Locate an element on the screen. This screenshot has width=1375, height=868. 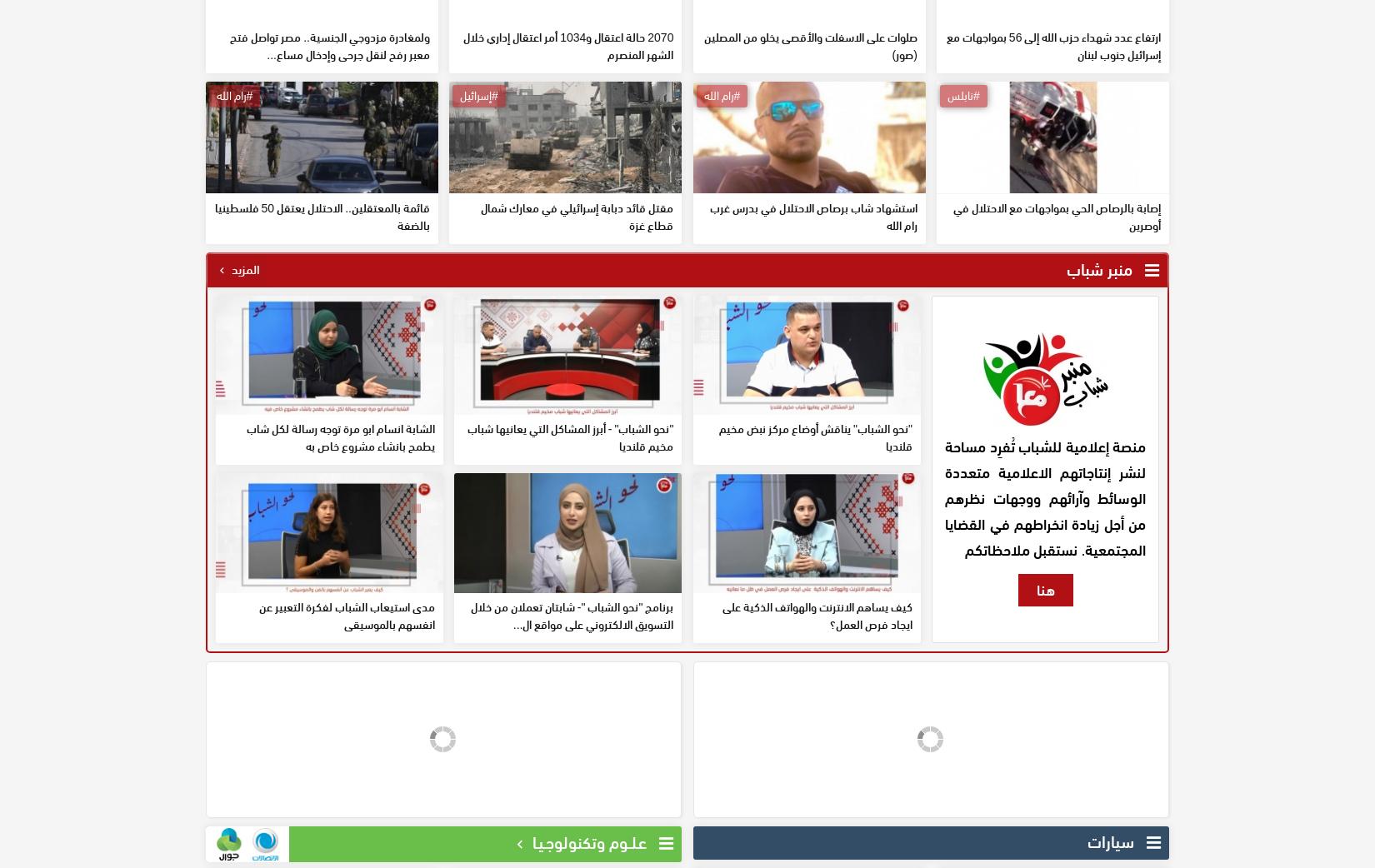
'برنامج "نحو الشباب "- شابتان تعملان من خلال التسويق الالكتروني على مواقع ال...' is located at coordinates (571, 734).